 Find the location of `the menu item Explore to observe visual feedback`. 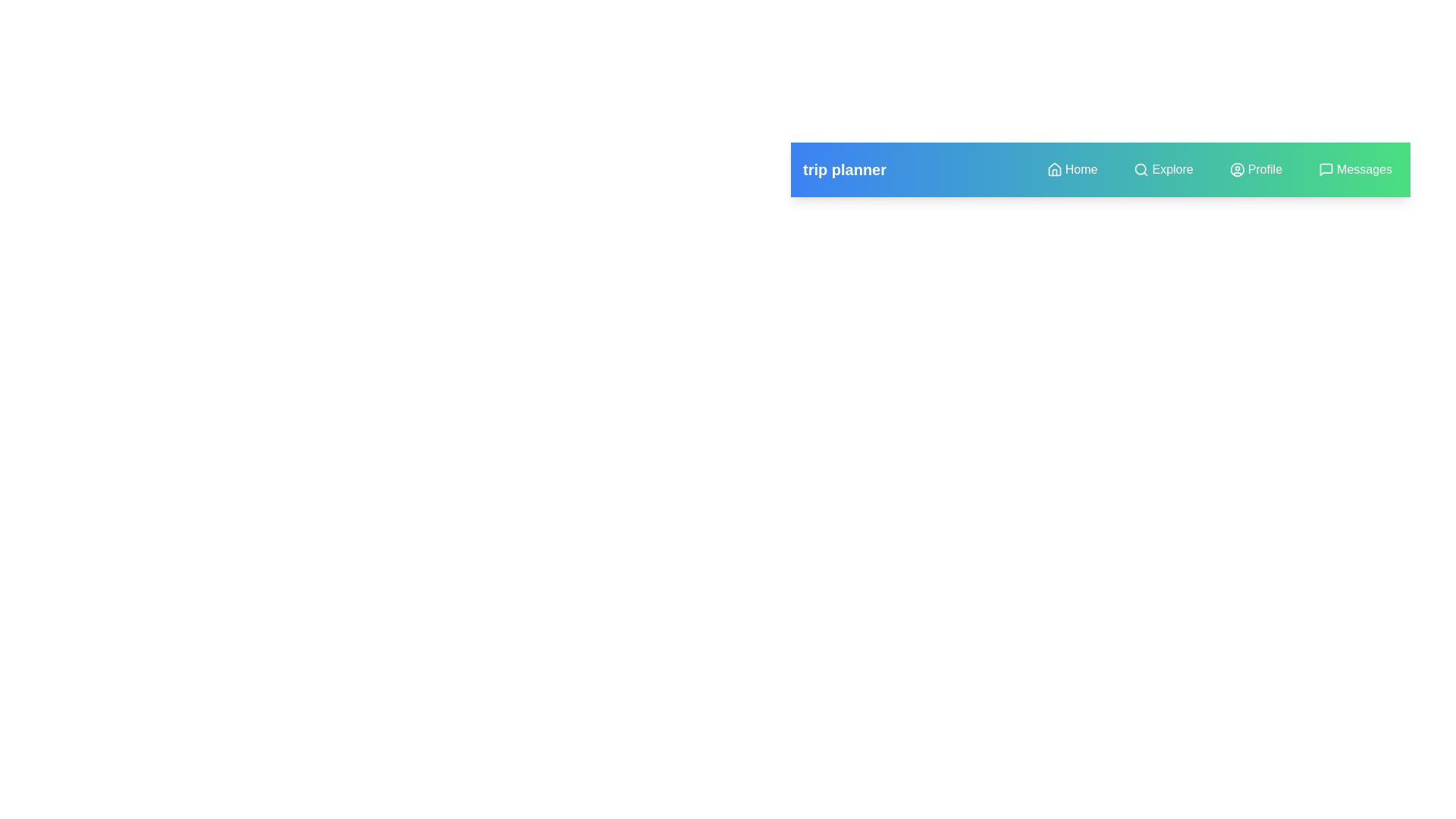

the menu item Explore to observe visual feedback is located at coordinates (1163, 169).